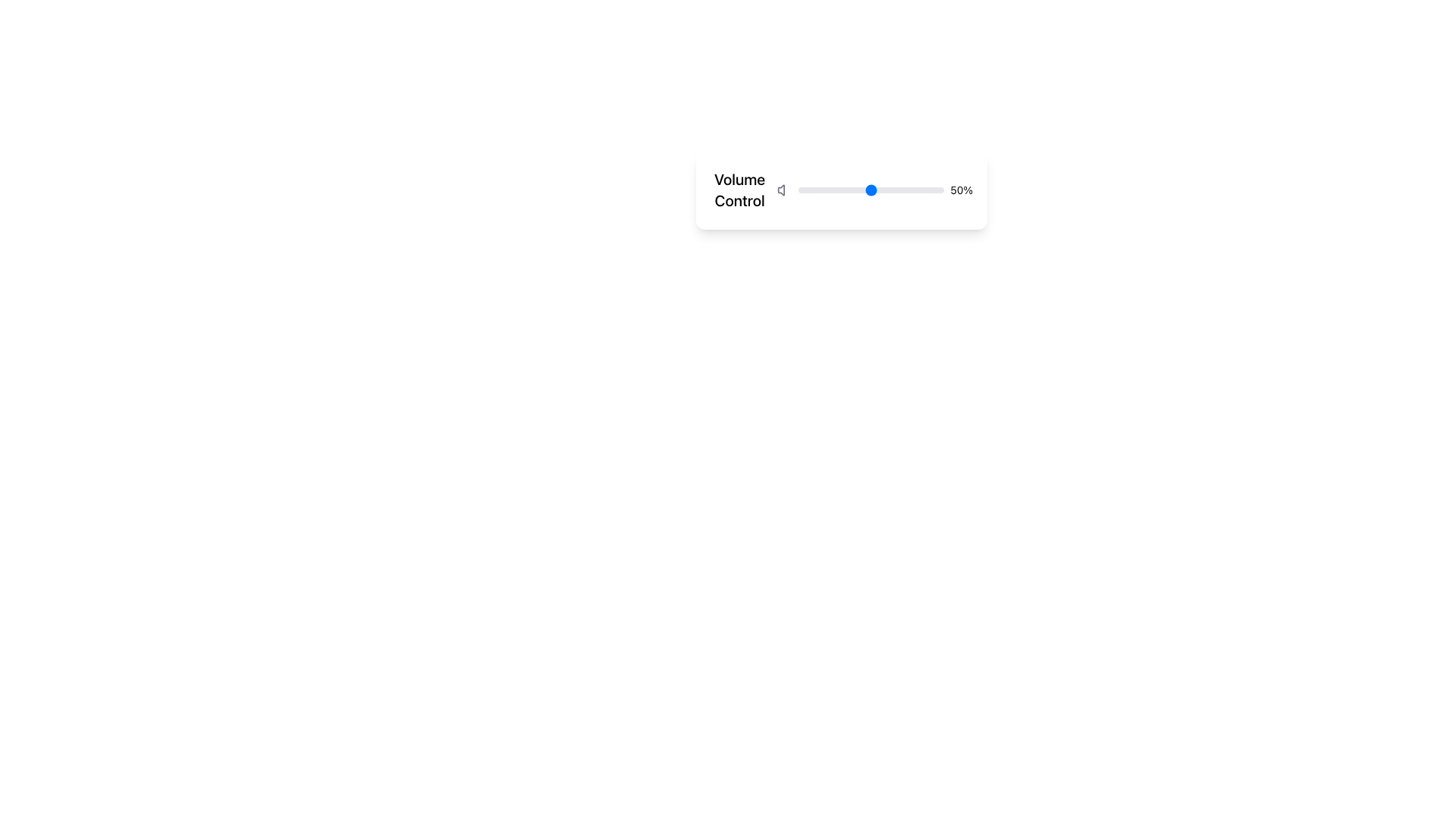  I want to click on the slider, so click(942, 189).